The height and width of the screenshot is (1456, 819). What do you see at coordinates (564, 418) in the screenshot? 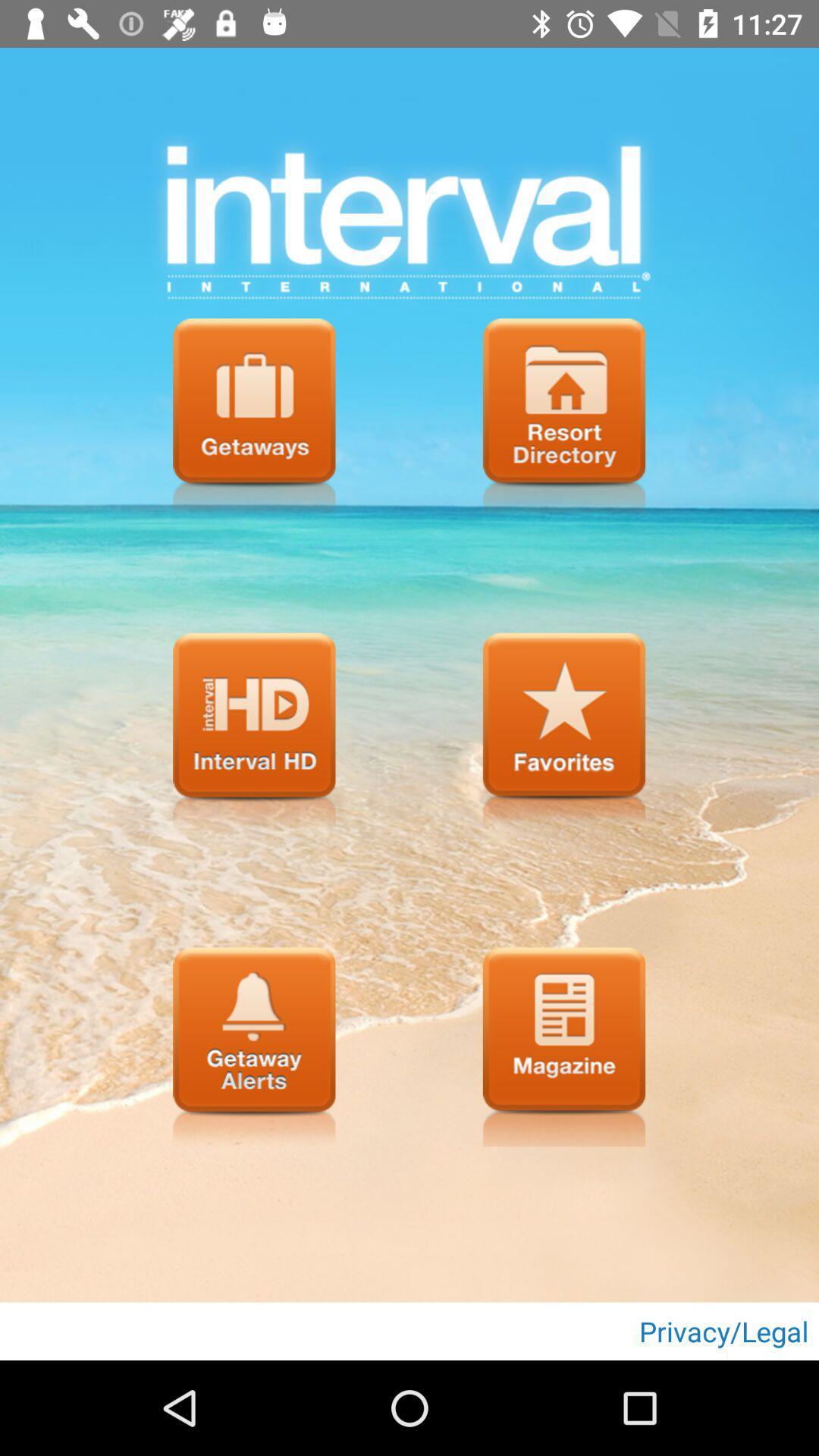
I see `open directory` at bounding box center [564, 418].